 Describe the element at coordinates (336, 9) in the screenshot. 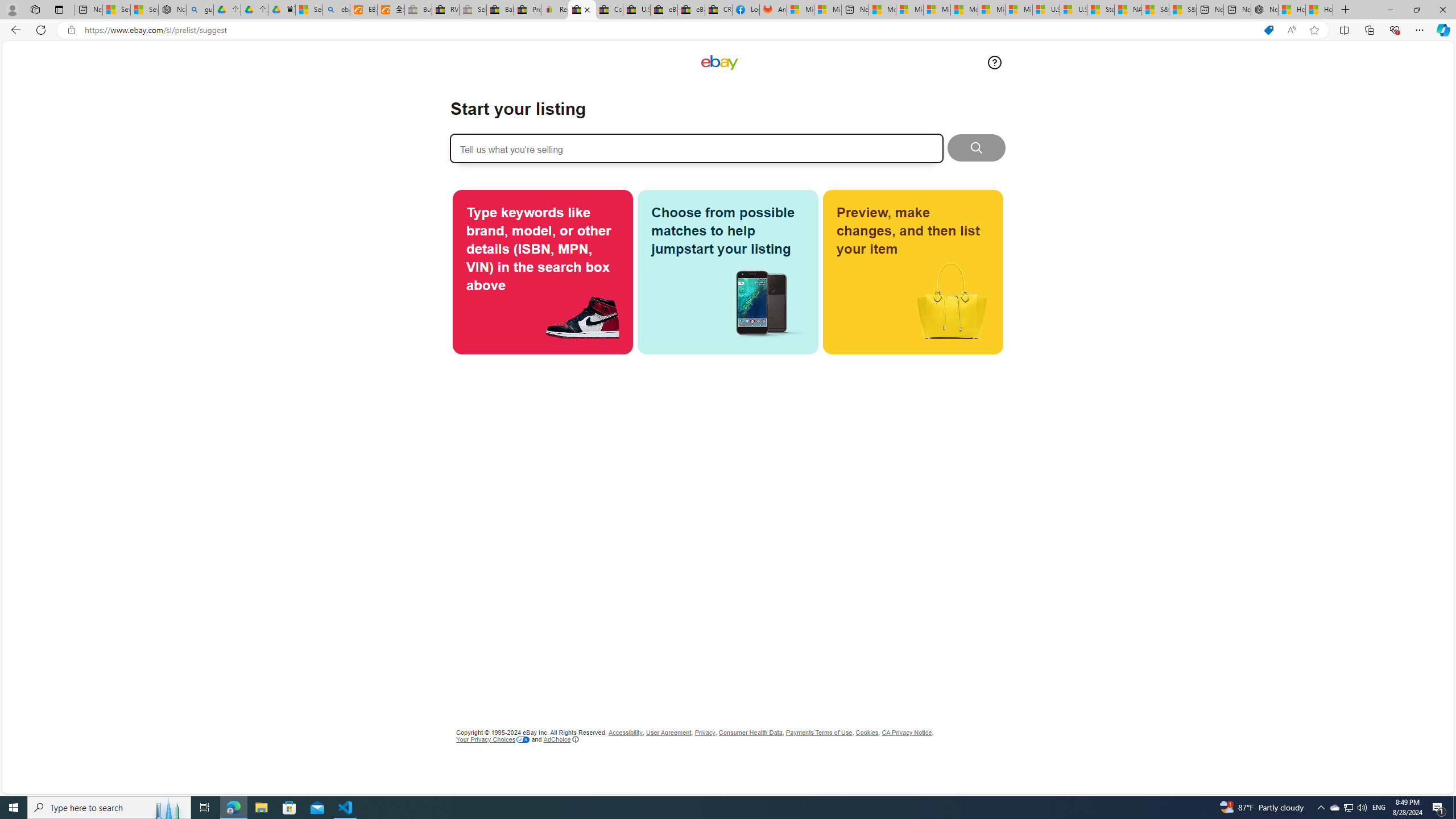

I see `'ebay - Search'` at that location.